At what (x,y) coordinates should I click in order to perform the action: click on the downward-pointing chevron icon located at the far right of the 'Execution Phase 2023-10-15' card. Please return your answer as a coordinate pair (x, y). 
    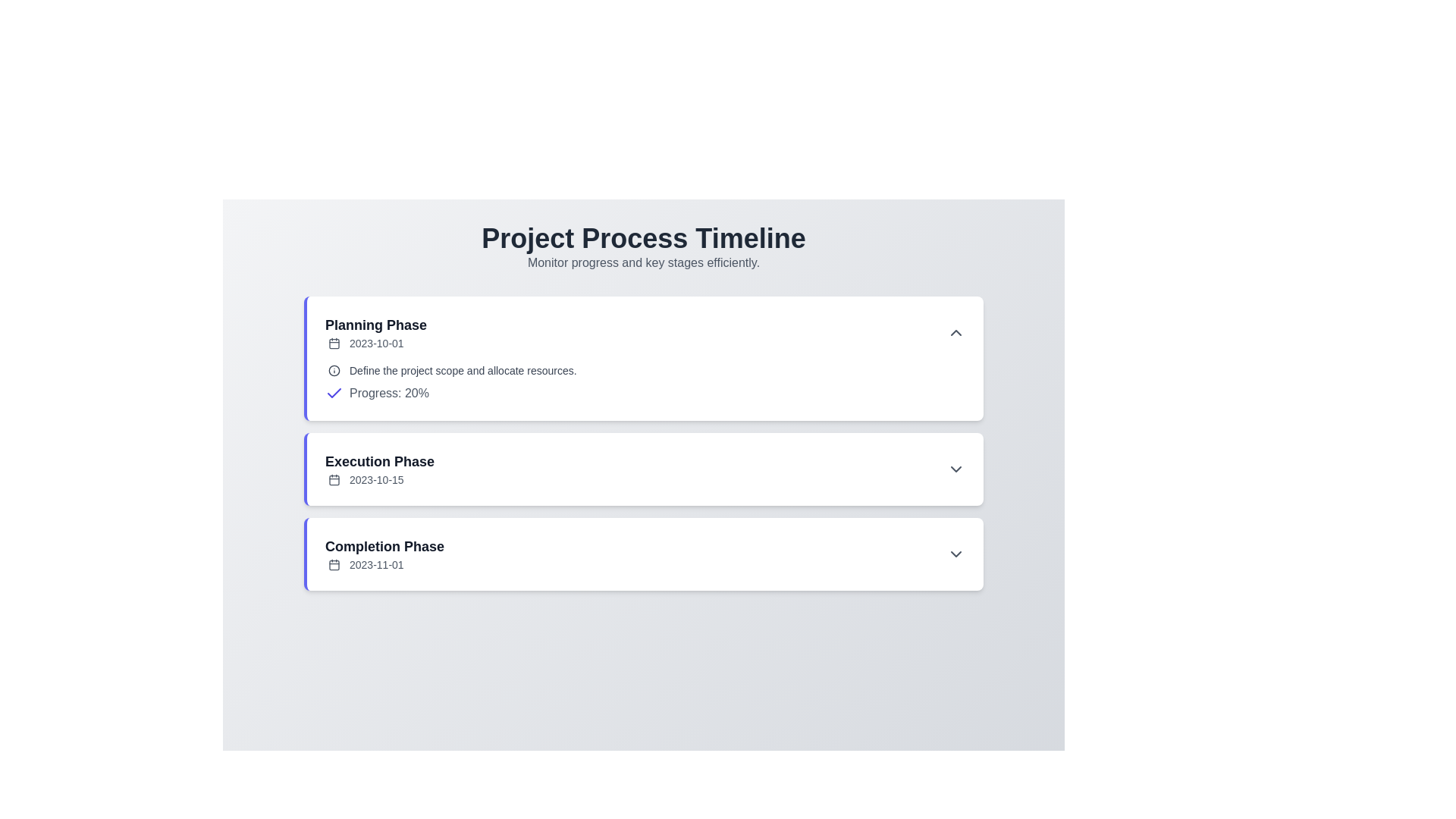
    Looking at the image, I should click on (955, 468).